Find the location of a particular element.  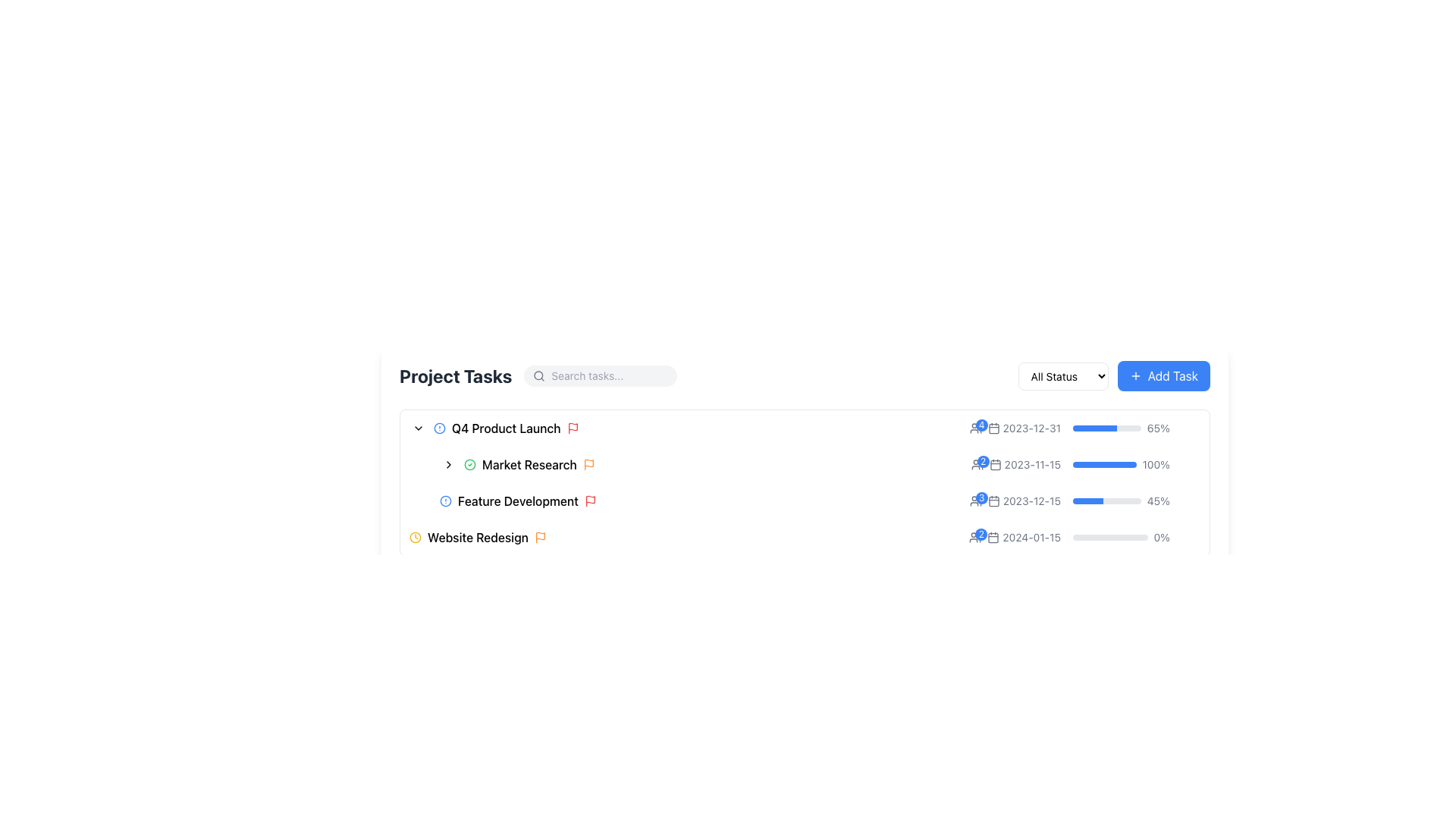

the second progress bar in the task list that indicates completion status, located to the right of the date '2023-11-15' is located at coordinates (1121, 464).